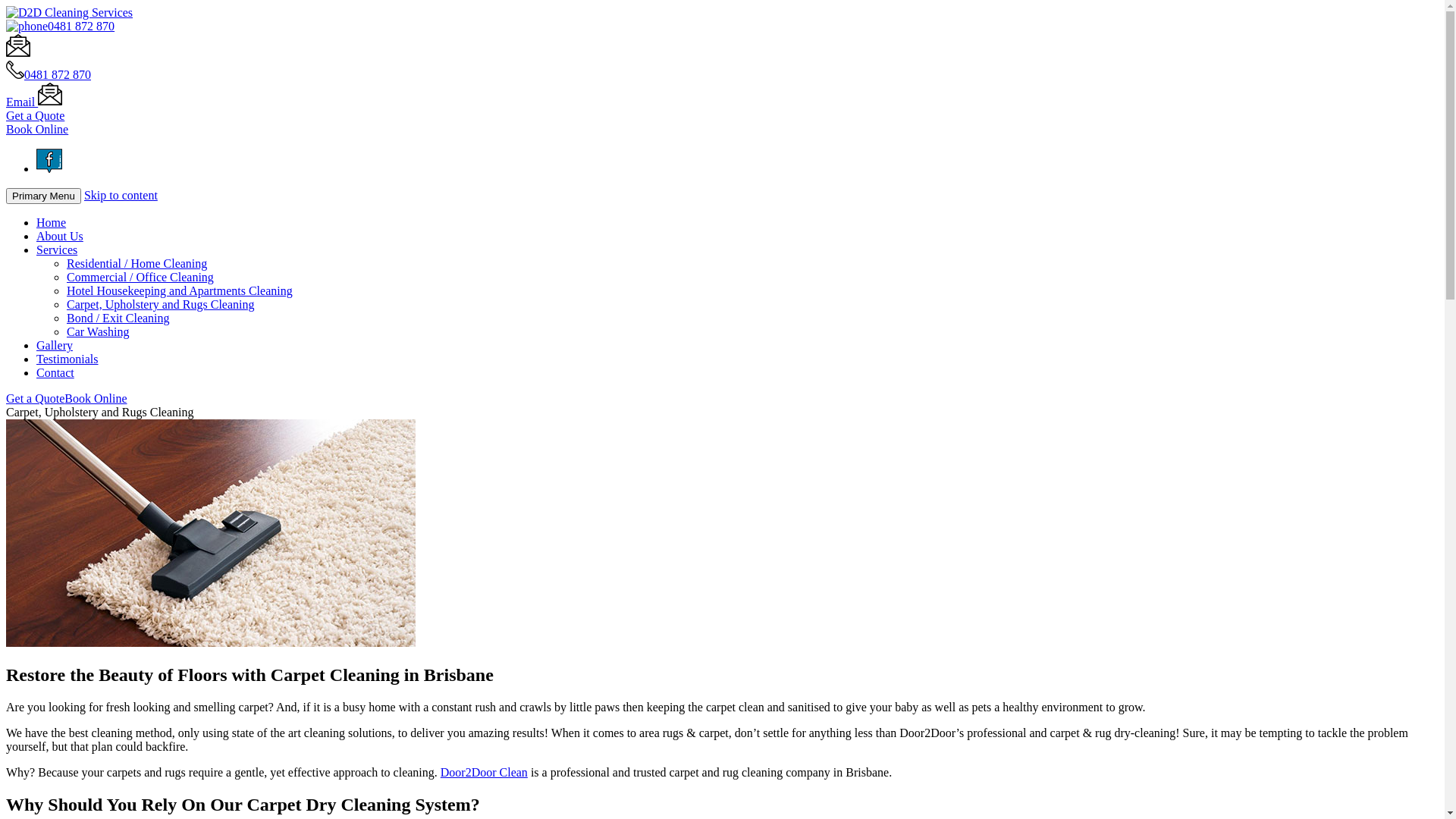 This screenshot has height=819, width=1456. What do you see at coordinates (35, 115) in the screenshot?
I see `'Get a Quote'` at bounding box center [35, 115].